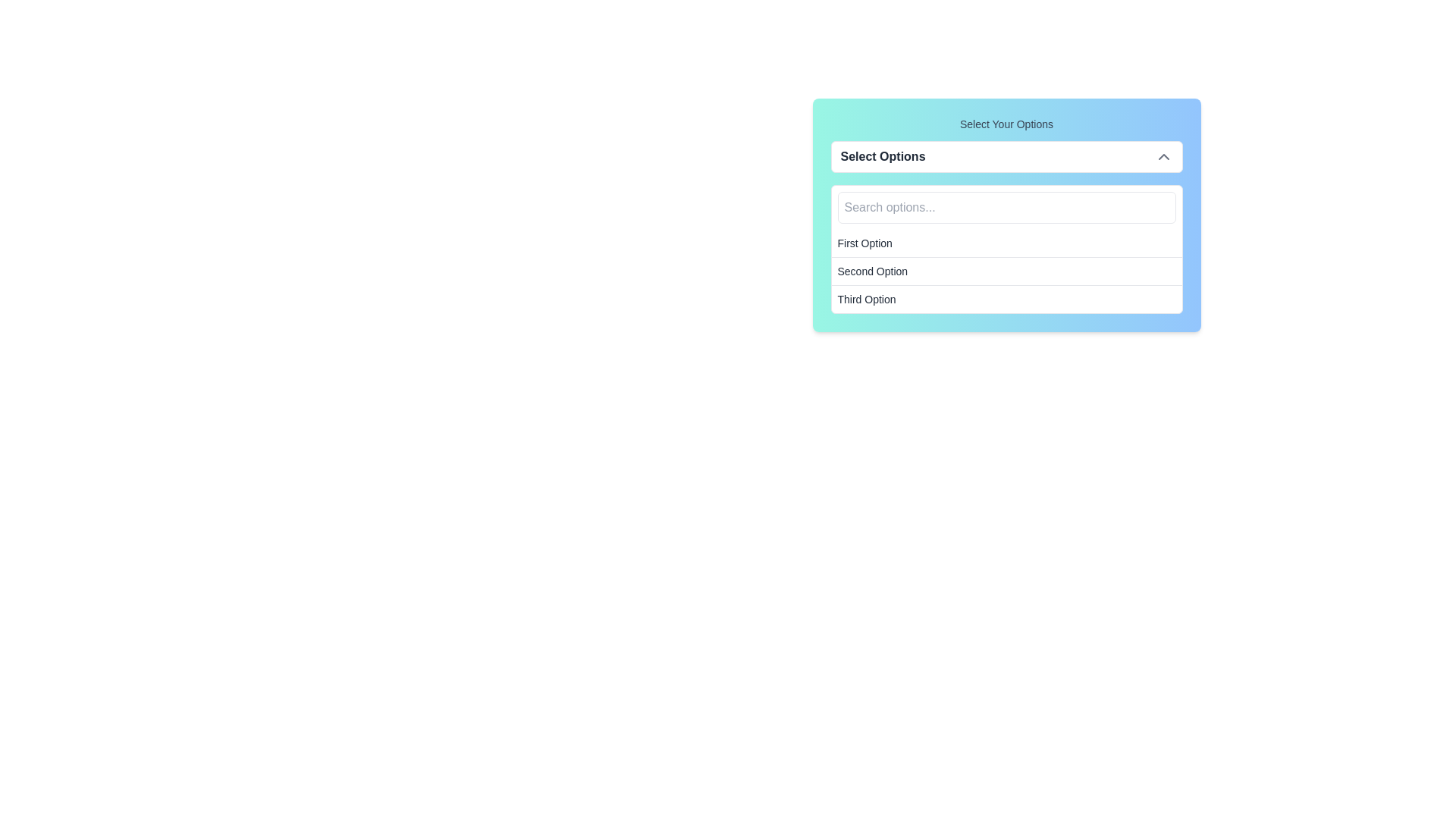  I want to click on the text label identifying the third selectable option in the dropdown menu, so click(866, 299).